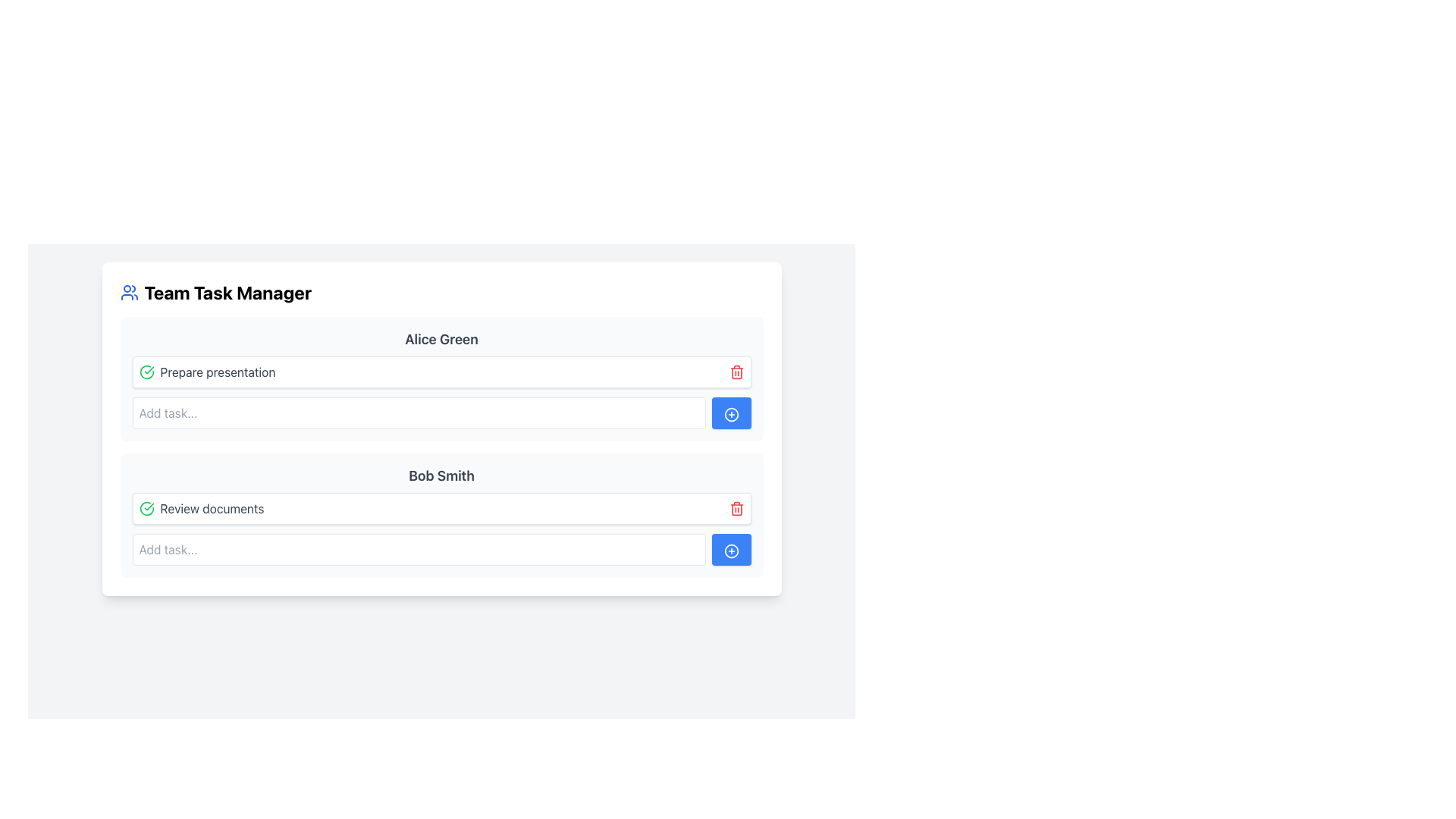 The image size is (1456, 819). I want to click on the icon that represents the completion of a task, located to the left of the text 'Review documents' in the task list for 'Bob Smith', so click(146, 509).